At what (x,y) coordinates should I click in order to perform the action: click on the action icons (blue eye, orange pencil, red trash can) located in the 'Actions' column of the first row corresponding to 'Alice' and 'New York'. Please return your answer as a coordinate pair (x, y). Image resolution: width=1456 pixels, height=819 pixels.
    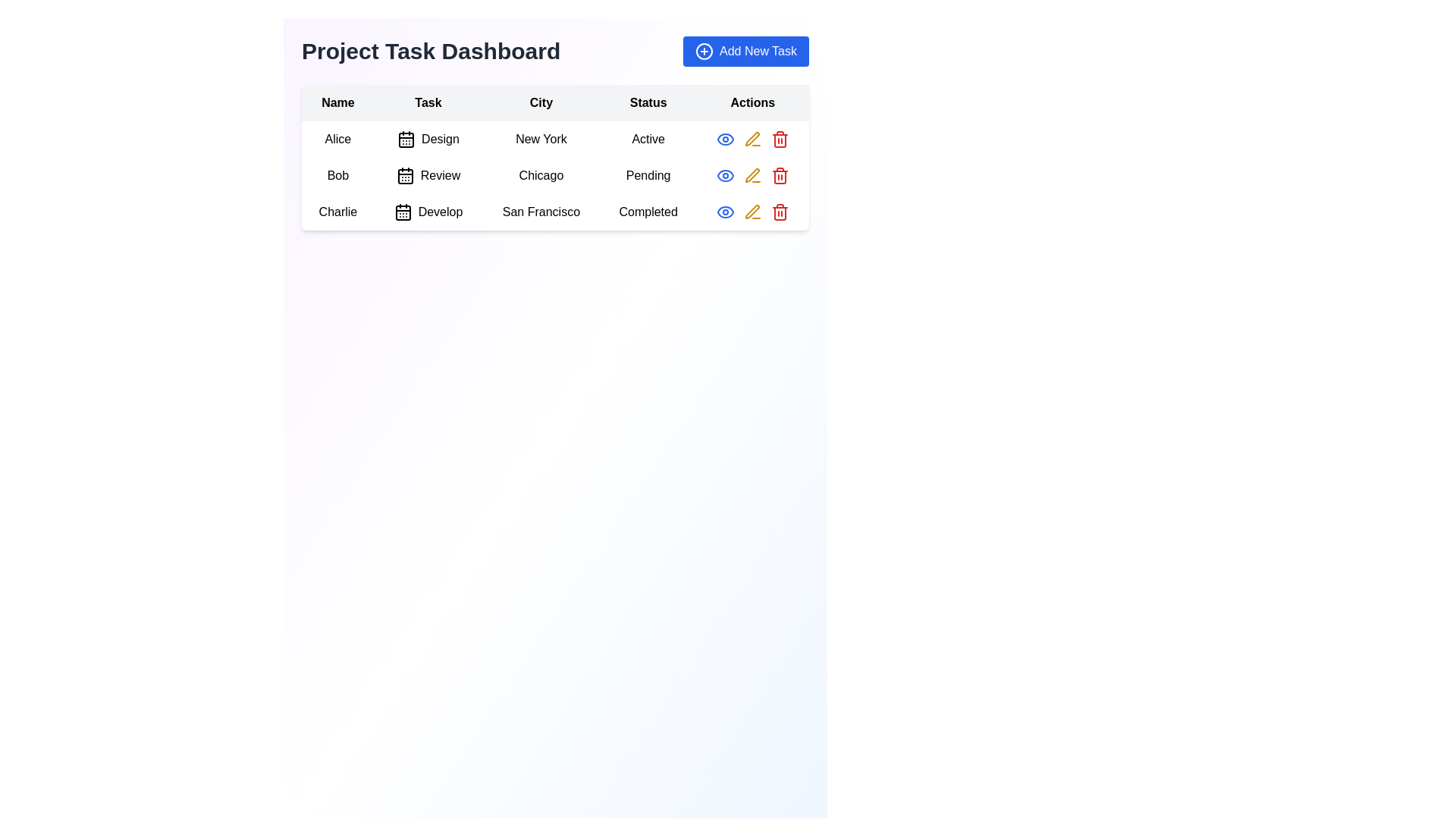
    Looking at the image, I should click on (752, 140).